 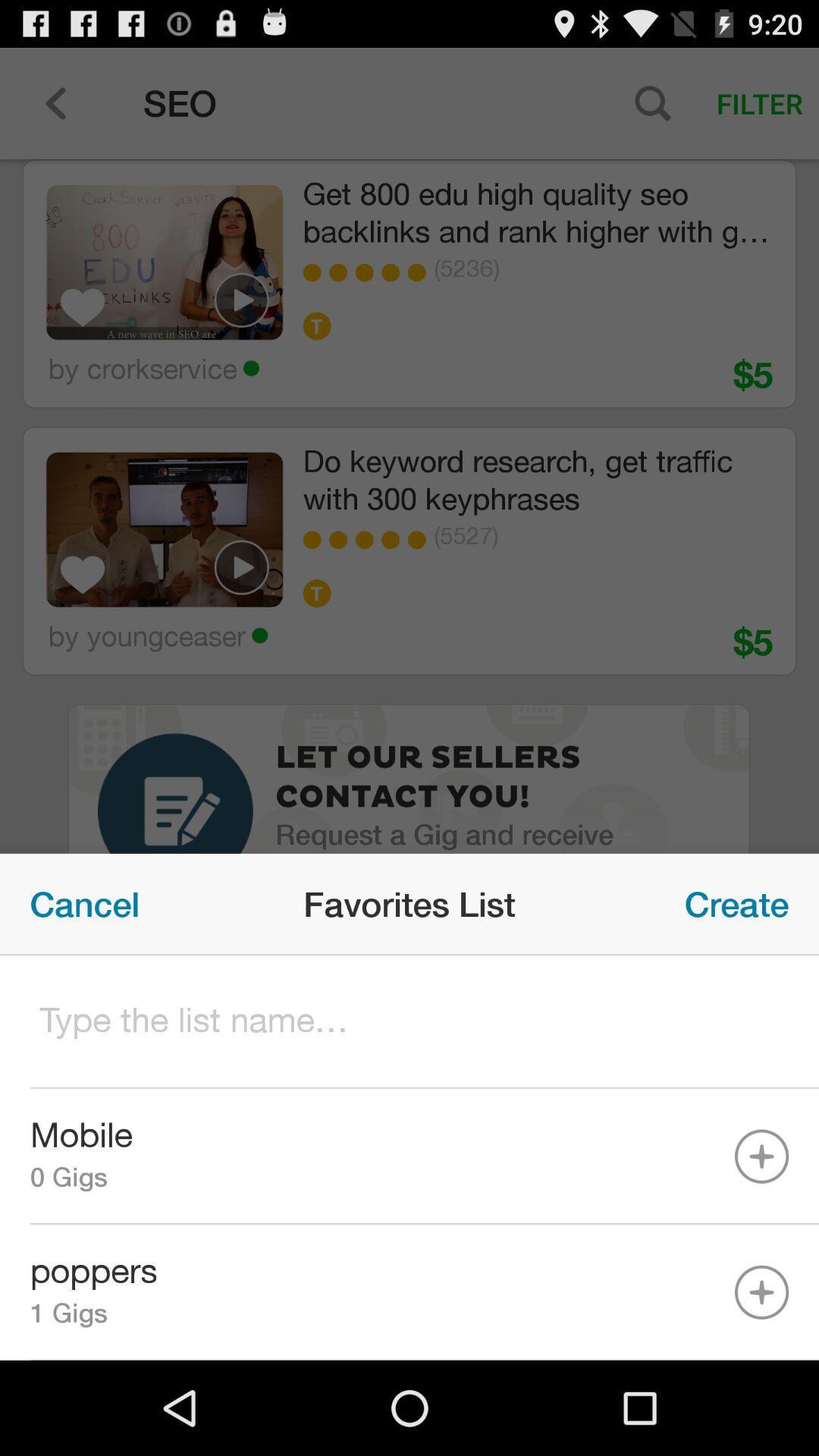 I want to click on the item next to favorites list item, so click(x=736, y=904).